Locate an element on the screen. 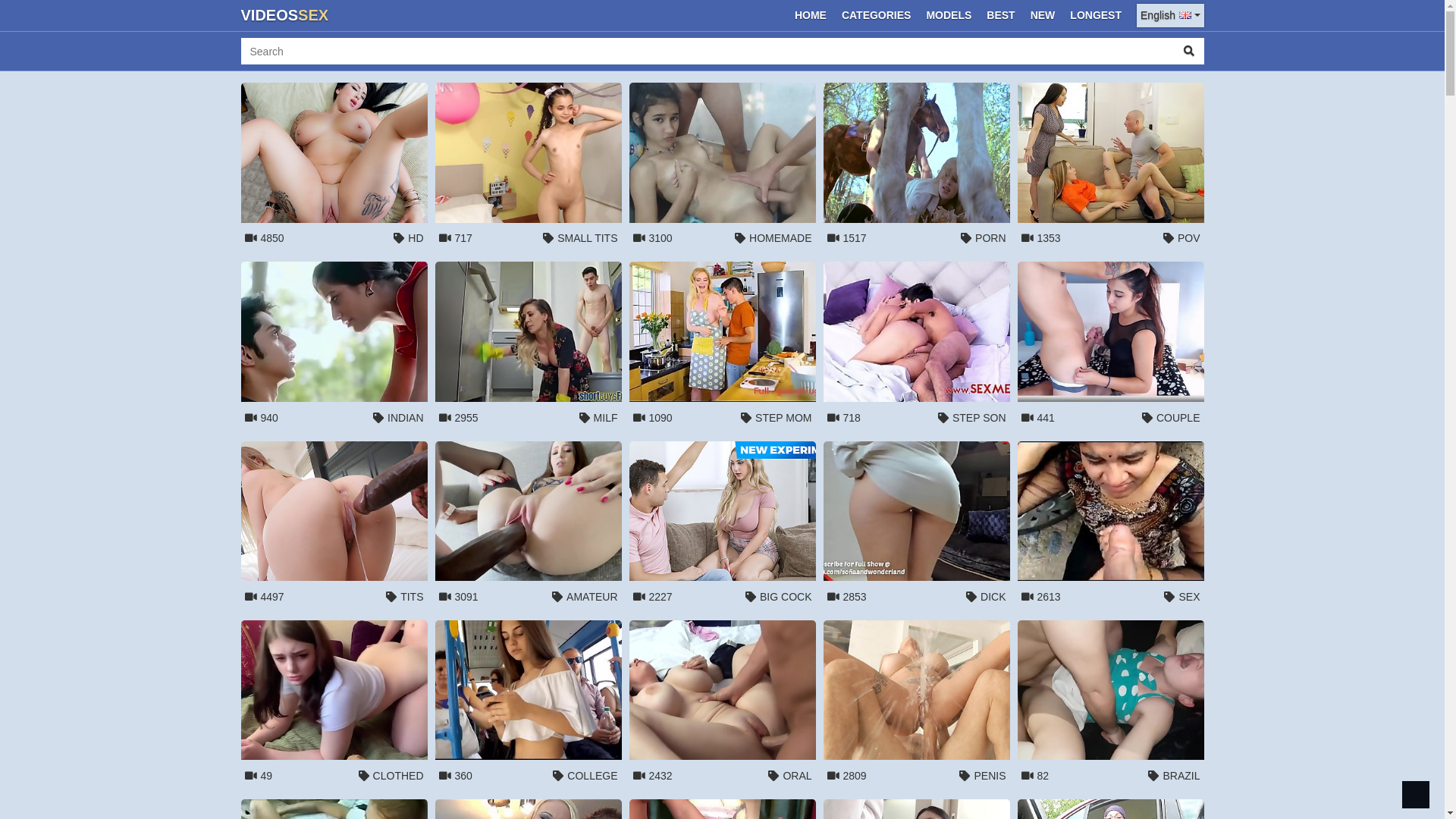 Image resolution: width=1456 pixels, height=819 pixels. '4497 is located at coordinates (334, 526).